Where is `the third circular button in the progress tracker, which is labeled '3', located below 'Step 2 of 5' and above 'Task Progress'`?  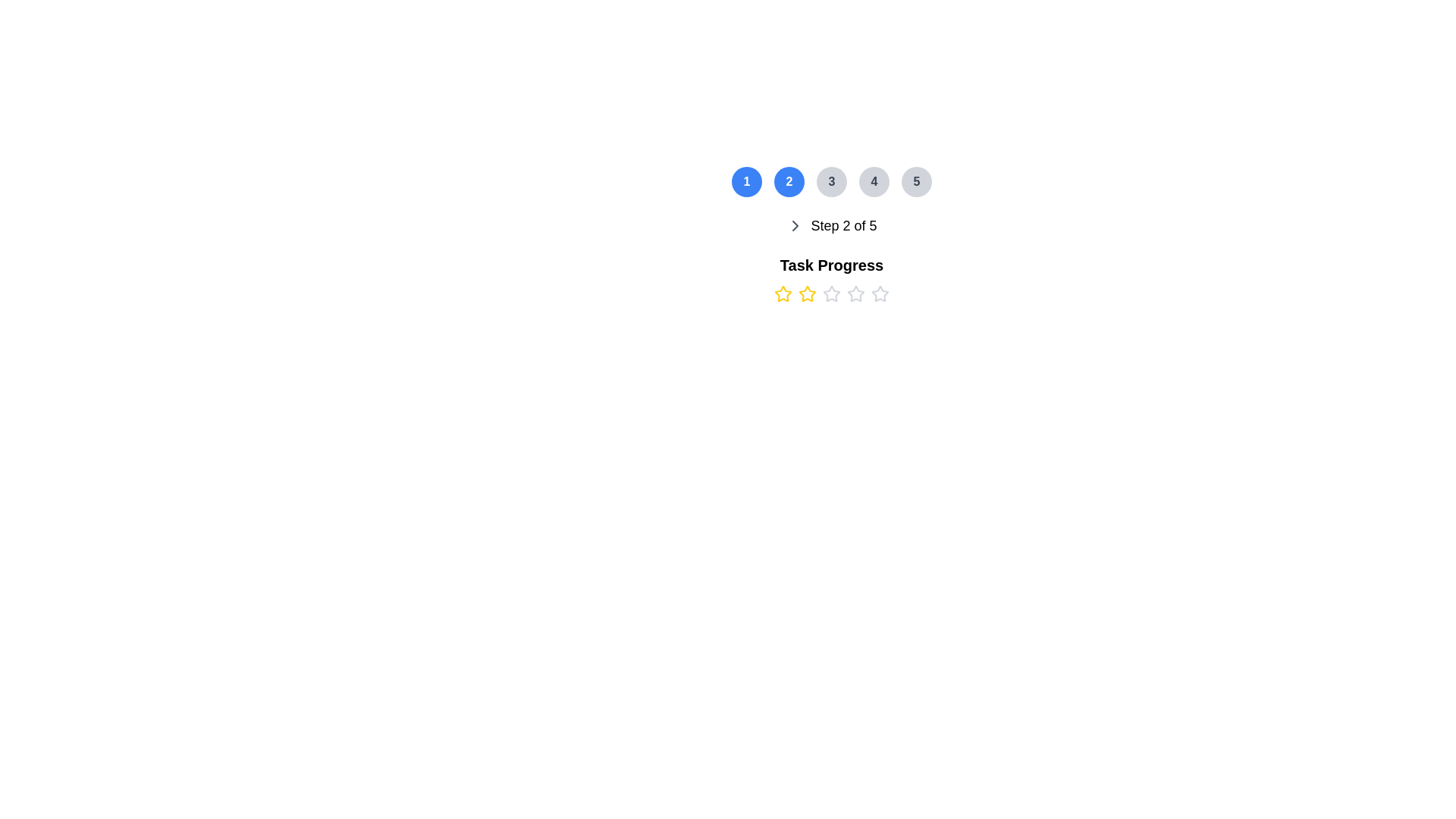
the third circular button in the progress tracker, which is labeled '3', located below 'Step 2 of 5' and above 'Task Progress' is located at coordinates (831, 180).